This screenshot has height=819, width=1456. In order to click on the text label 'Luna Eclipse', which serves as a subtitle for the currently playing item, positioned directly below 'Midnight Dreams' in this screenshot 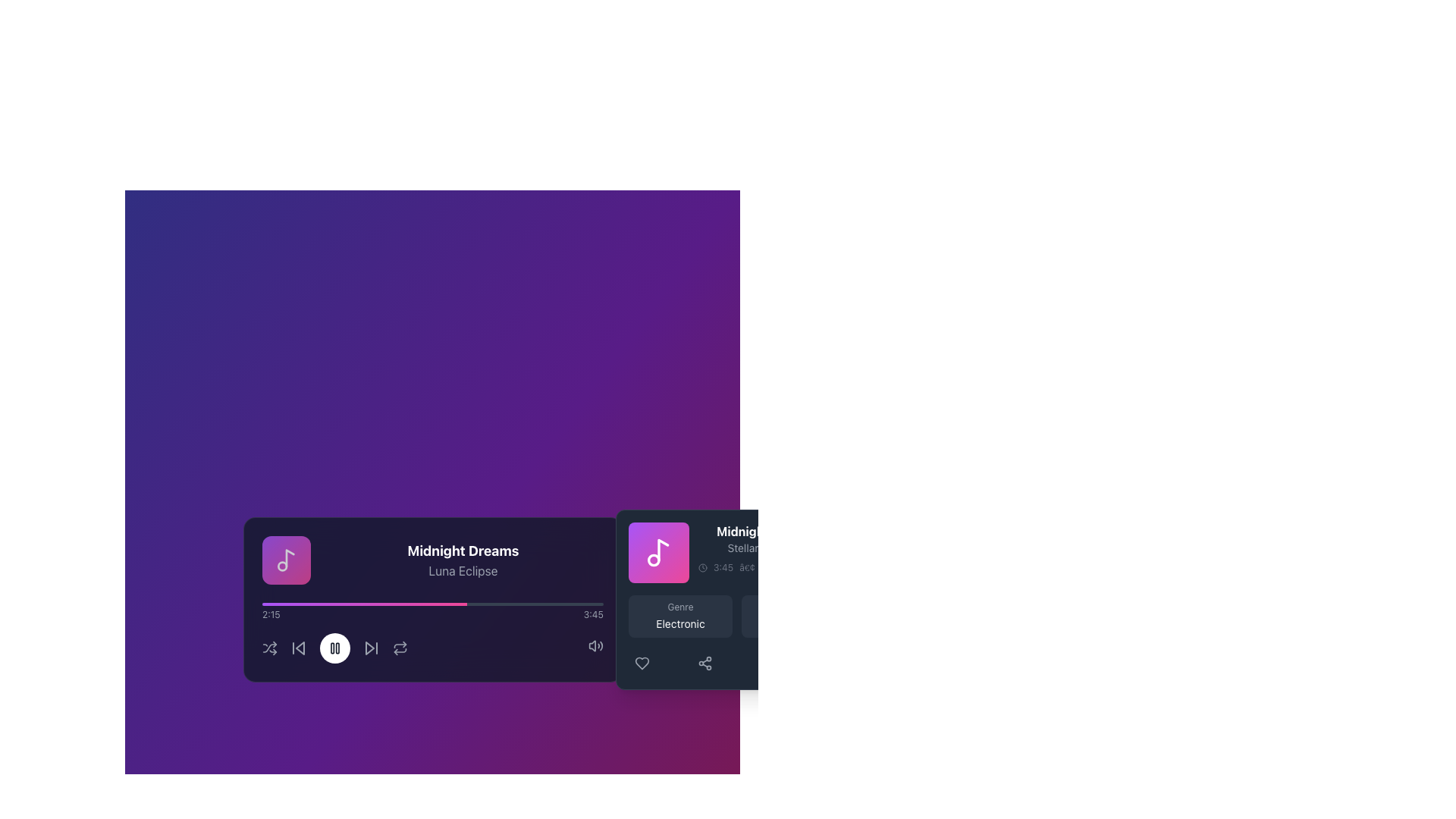, I will do `click(462, 570)`.